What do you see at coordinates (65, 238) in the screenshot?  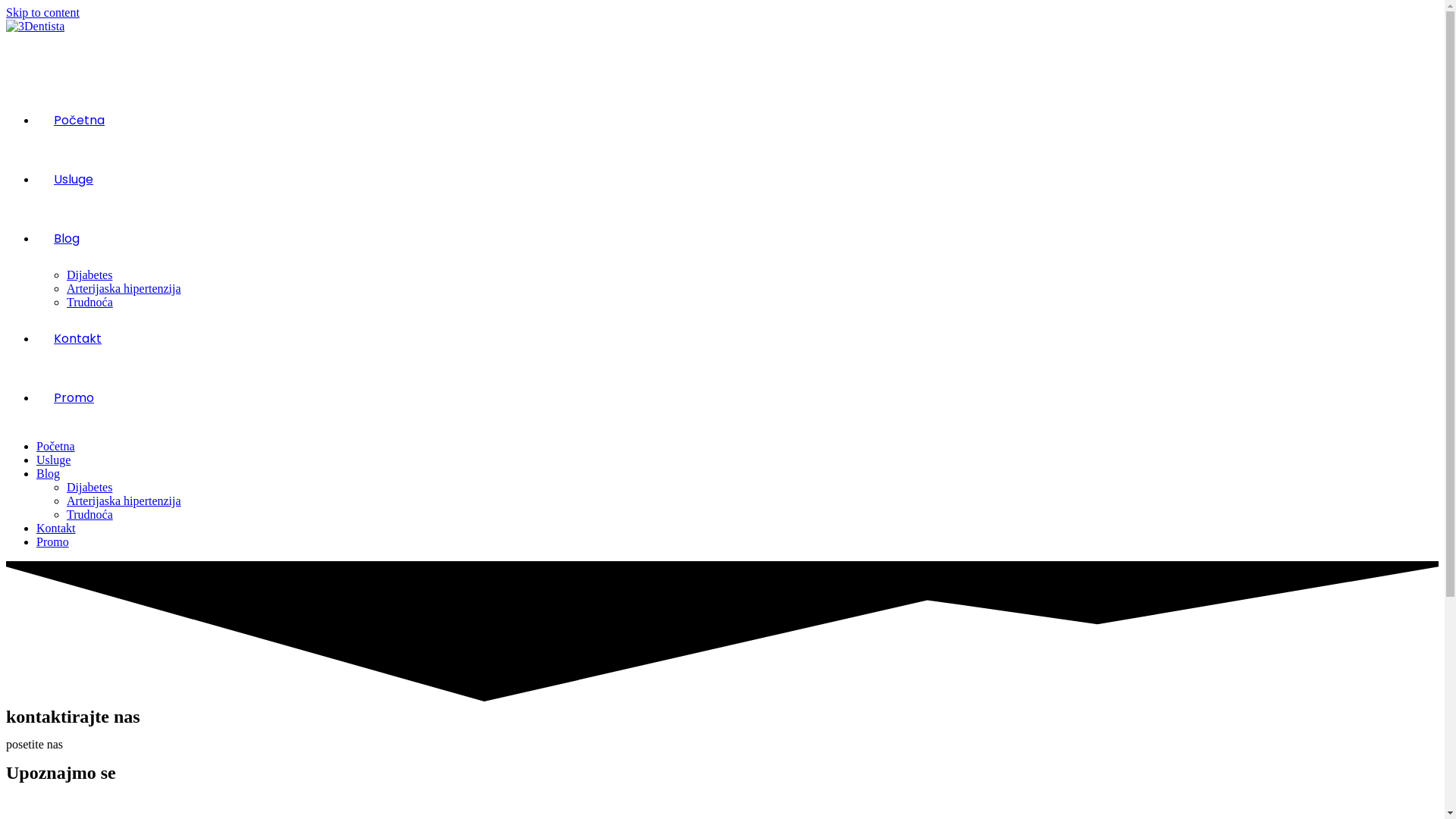 I see `'Blog'` at bounding box center [65, 238].